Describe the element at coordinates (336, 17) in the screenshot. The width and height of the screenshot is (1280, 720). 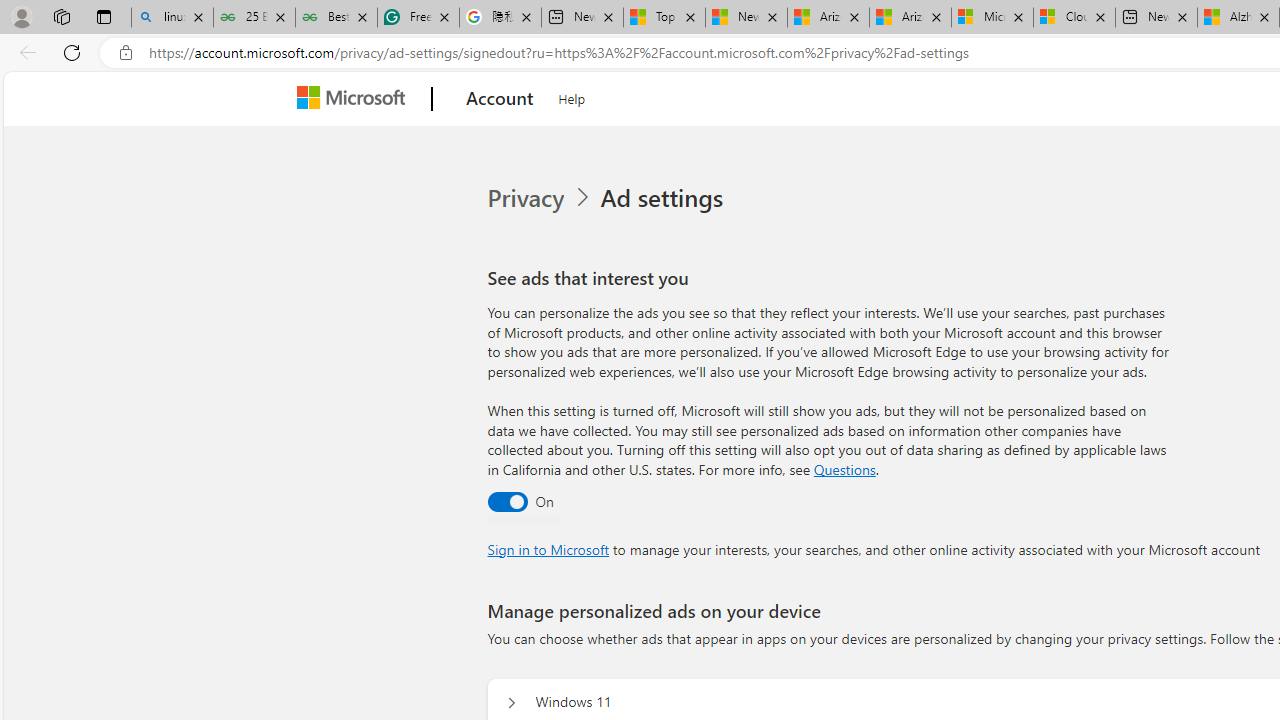
I see `'Best SSL Certificates Provider in India - GeeksforGeeks'` at that location.